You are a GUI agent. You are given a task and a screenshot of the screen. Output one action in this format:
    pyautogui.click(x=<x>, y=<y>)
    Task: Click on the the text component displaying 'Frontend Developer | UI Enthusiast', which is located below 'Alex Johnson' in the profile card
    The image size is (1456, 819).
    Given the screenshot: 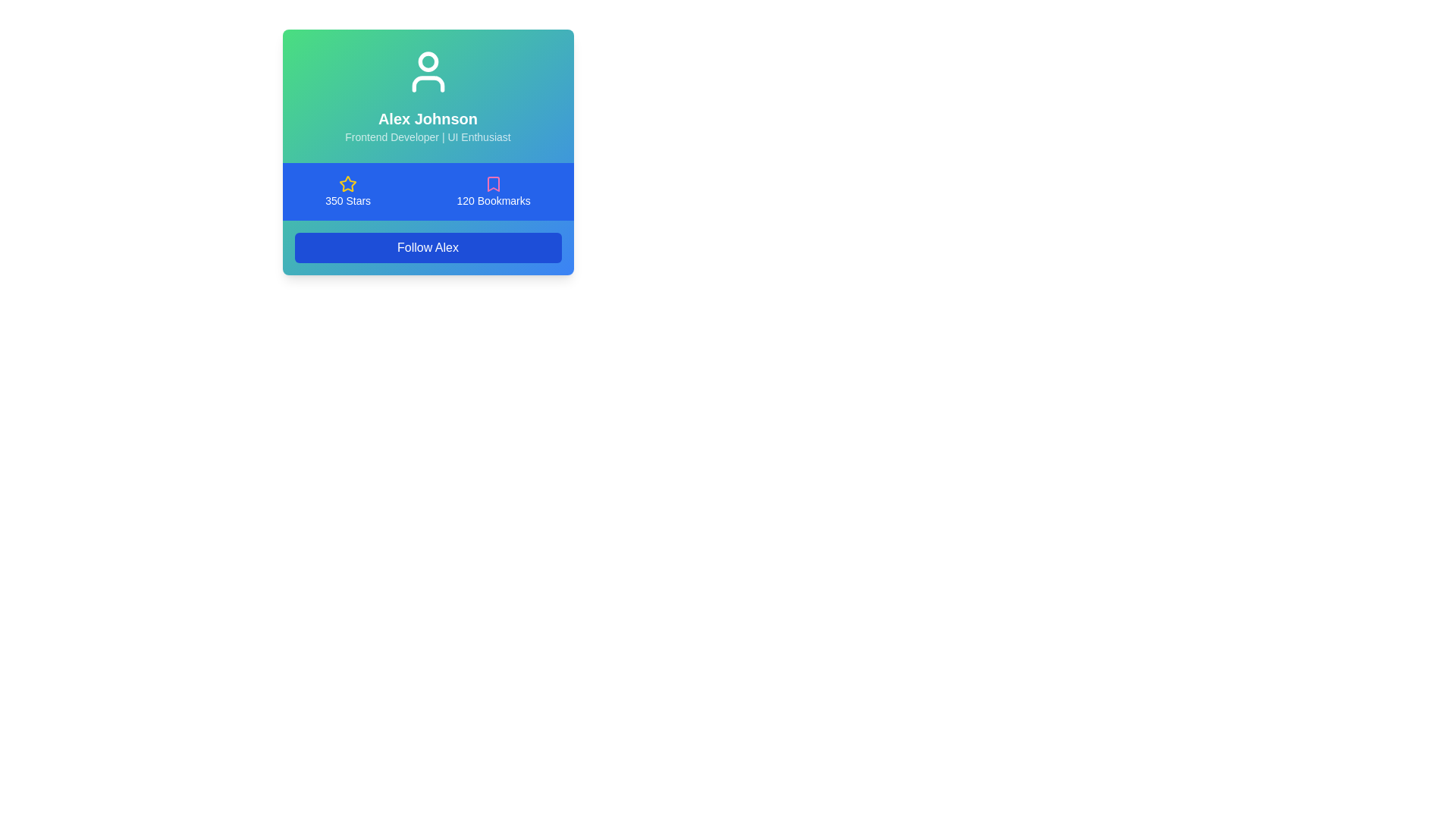 What is the action you would take?
    pyautogui.click(x=427, y=137)
    